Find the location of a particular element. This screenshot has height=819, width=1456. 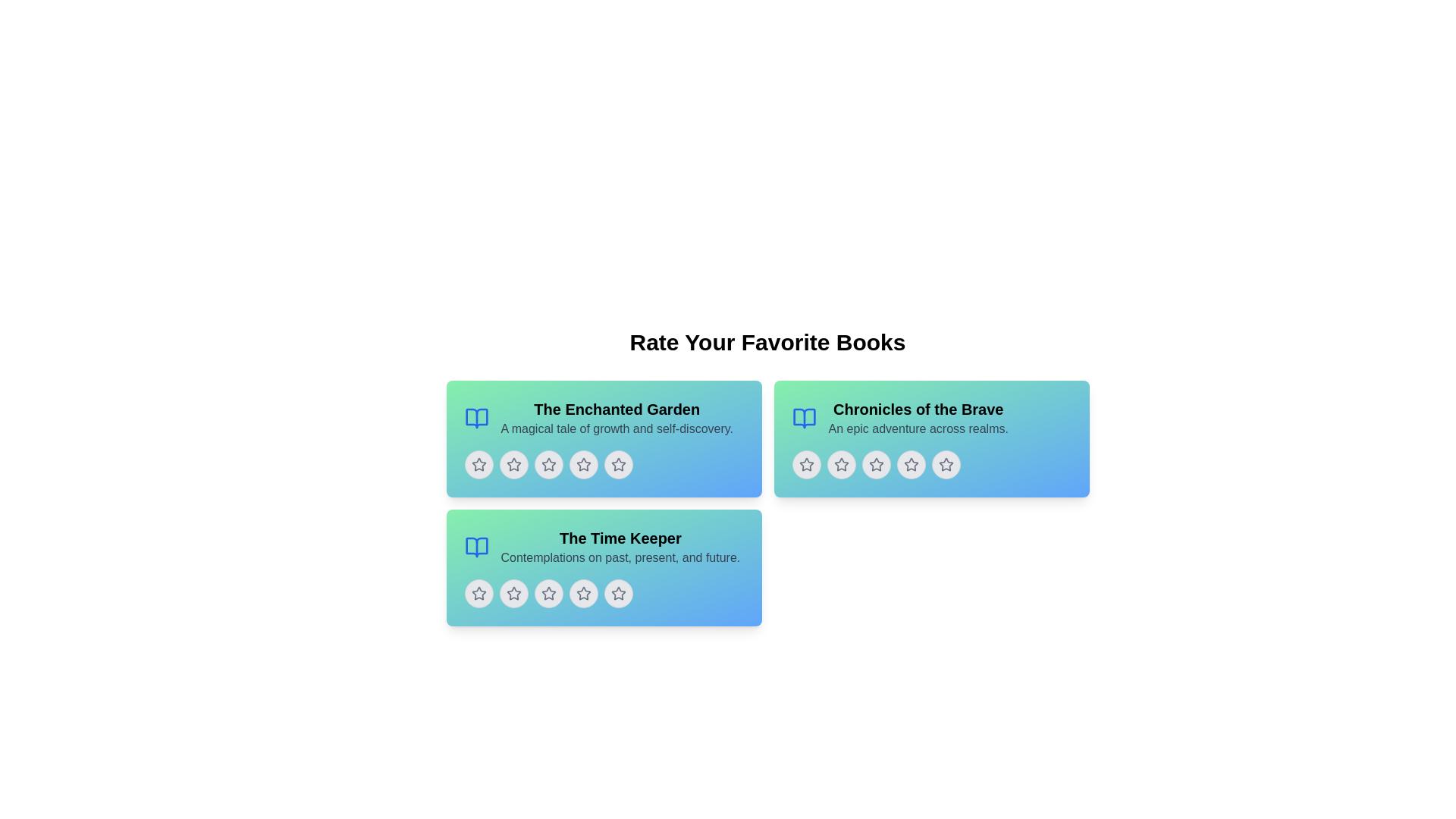

the second star icon in the horizontal row of rating stars below the card labeled 'The Time Keeper' to rate it two stars is located at coordinates (513, 592).